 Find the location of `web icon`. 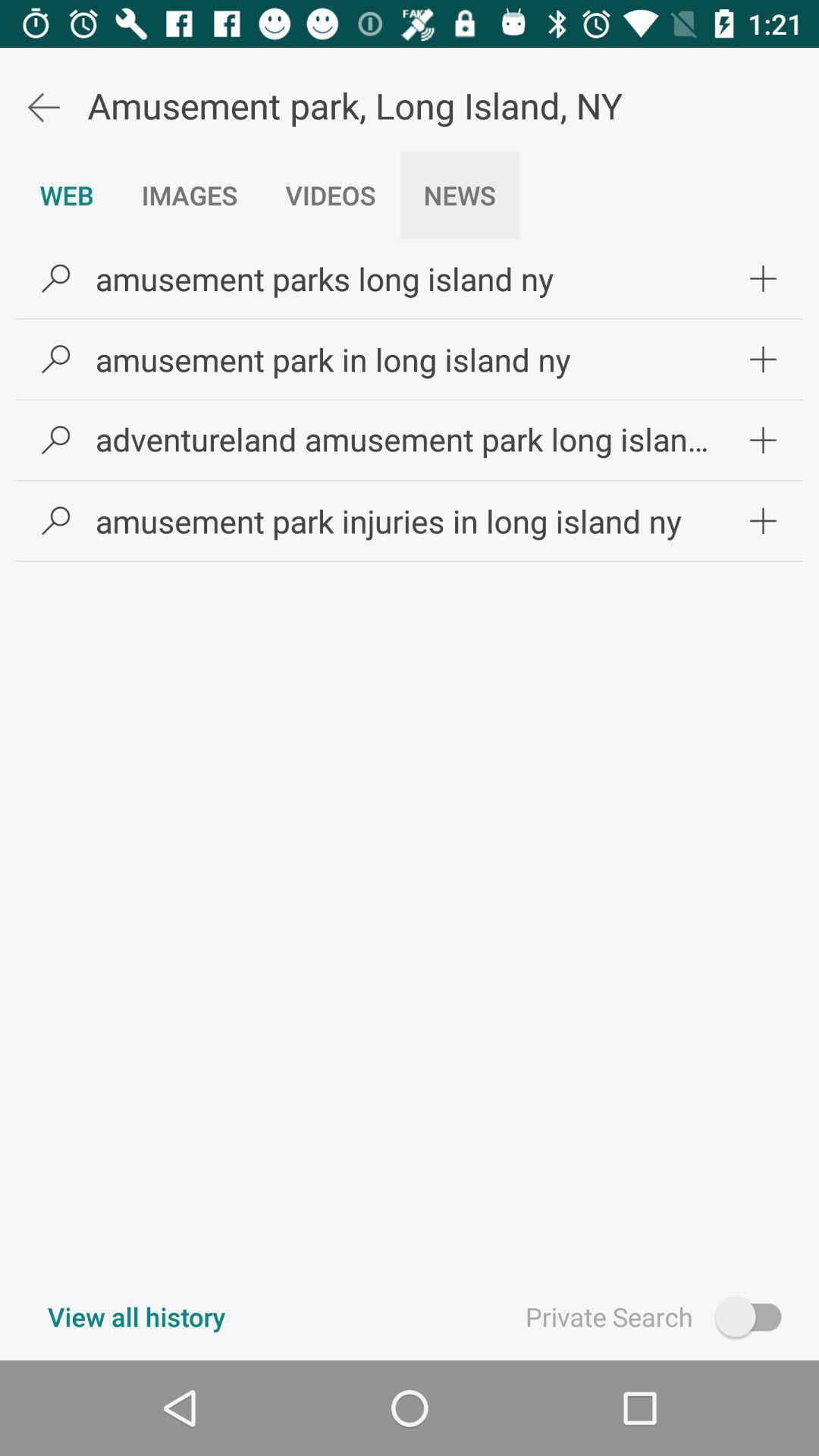

web icon is located at coordinates (66, 194).